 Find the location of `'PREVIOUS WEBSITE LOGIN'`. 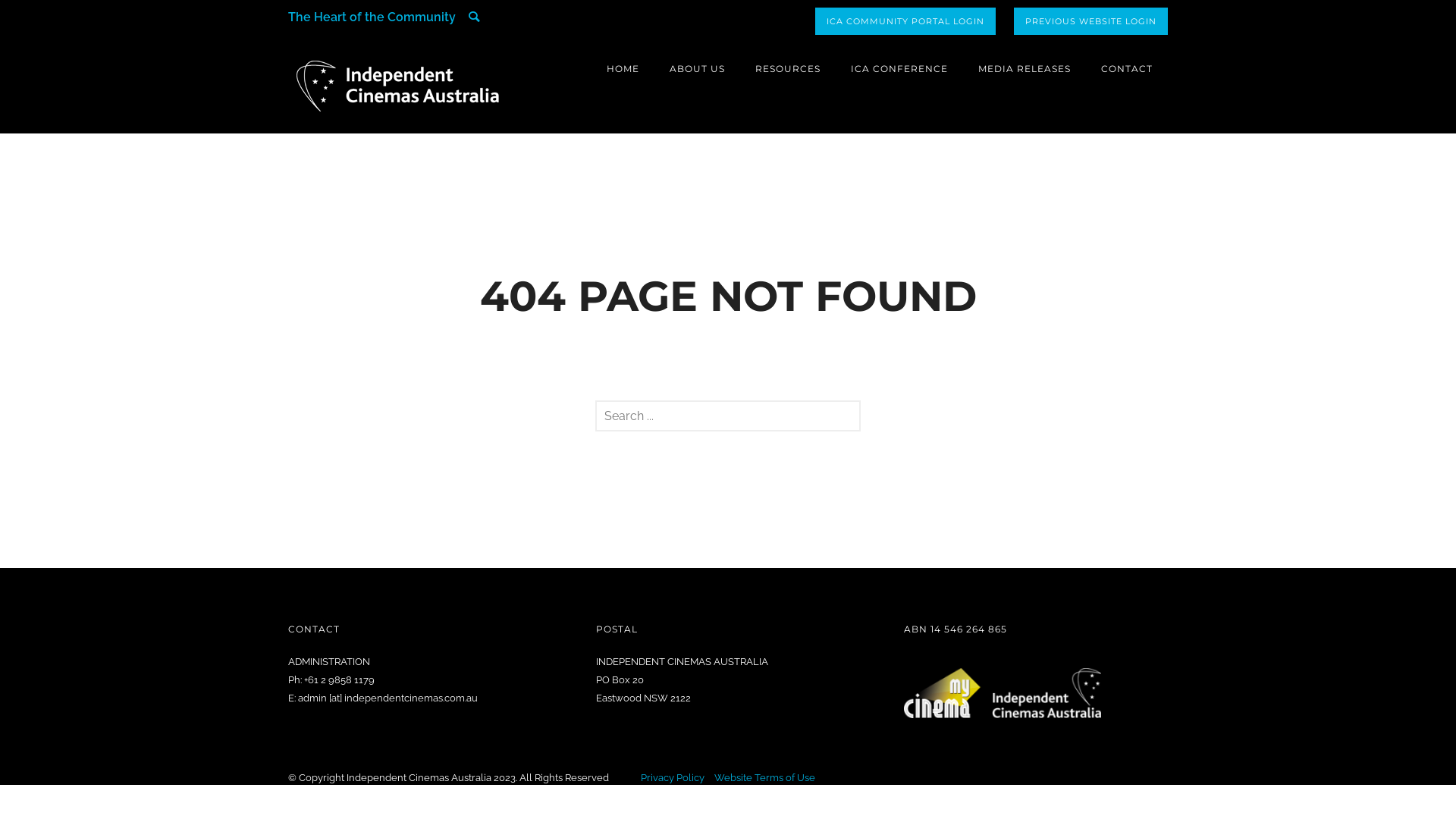

'PREVIOUS WEBSITE LOGIN' is located at coordinates (1014, 20).